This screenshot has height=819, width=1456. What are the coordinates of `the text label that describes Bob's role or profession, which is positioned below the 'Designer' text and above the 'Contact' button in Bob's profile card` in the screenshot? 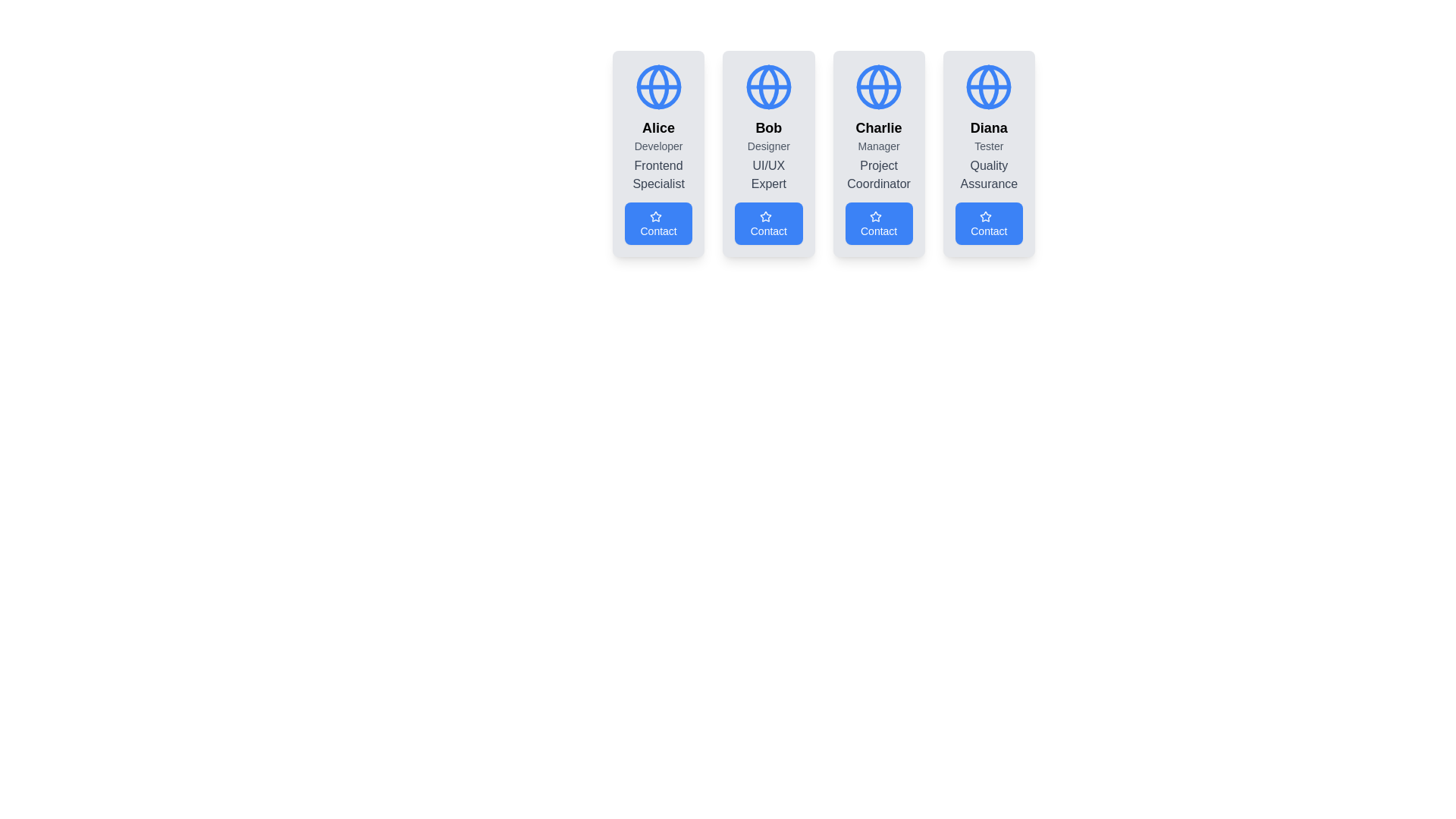 It's located at (768, 174).